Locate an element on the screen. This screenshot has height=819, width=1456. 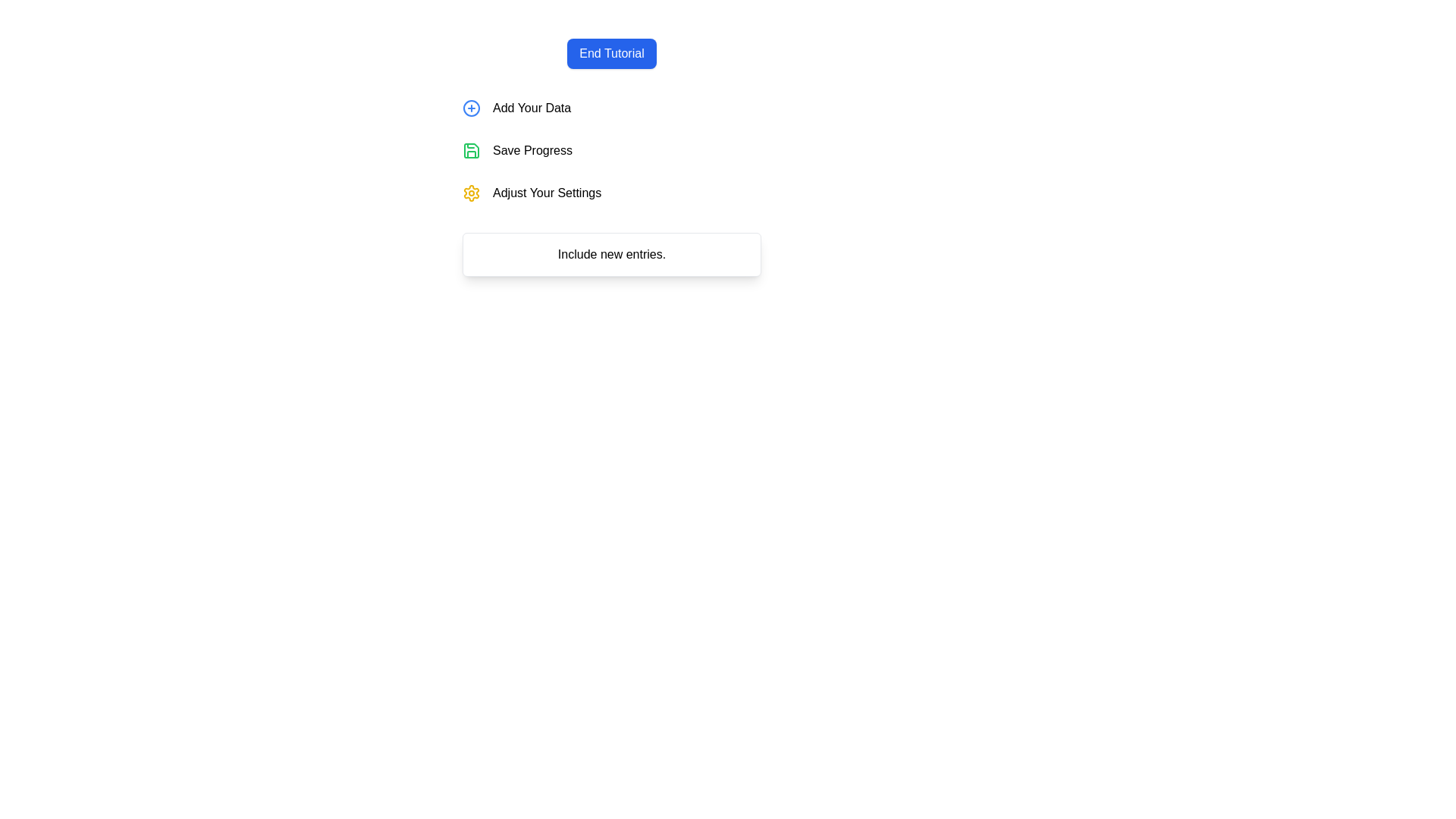
the settings icon located to the left of the text 'Adjust Your Settings' is located at coordinates (471, 192).